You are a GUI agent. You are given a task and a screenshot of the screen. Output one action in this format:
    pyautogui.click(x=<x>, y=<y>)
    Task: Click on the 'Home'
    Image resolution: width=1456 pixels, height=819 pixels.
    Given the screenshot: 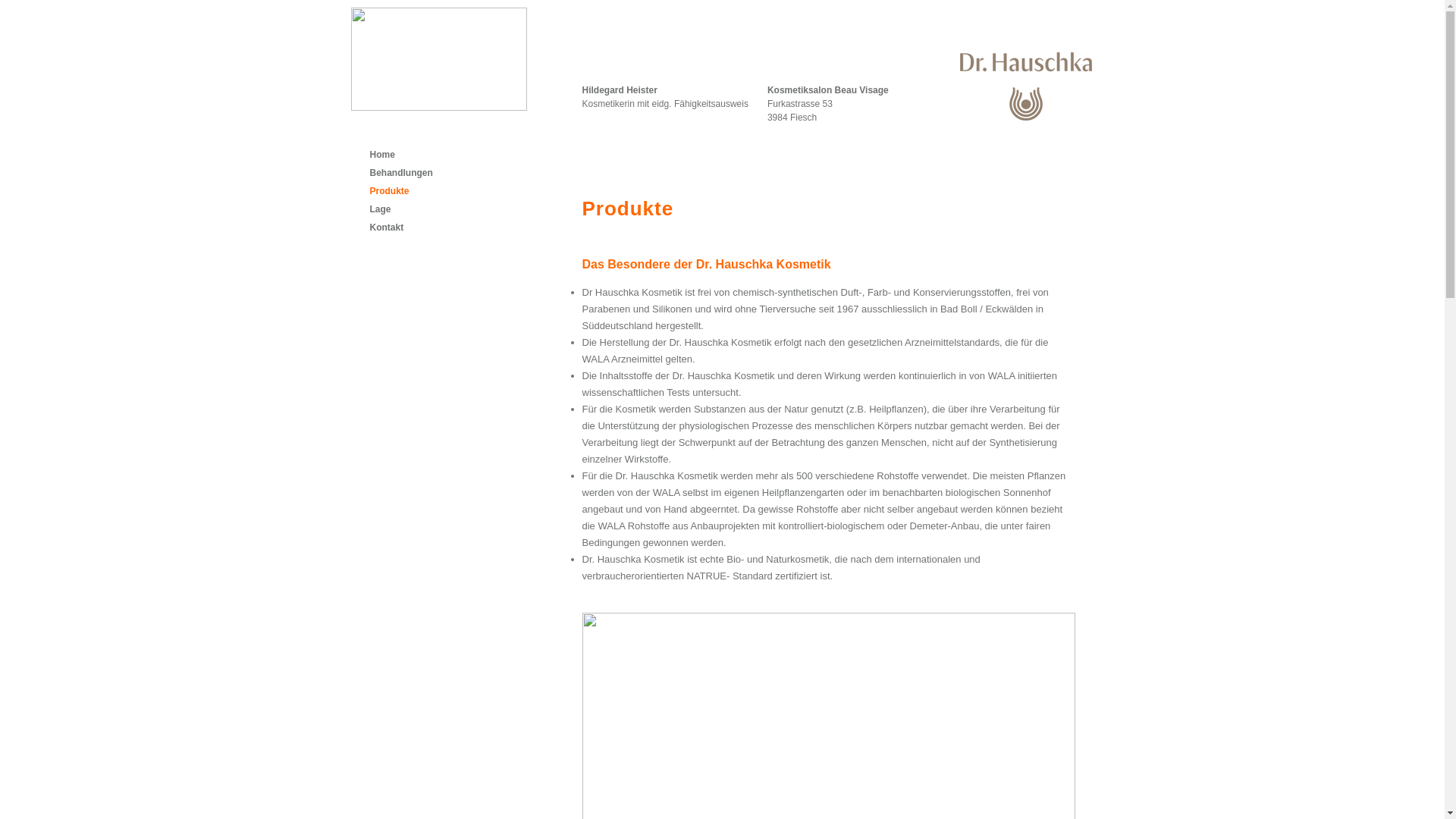 What is the action you would take?
    pyautogui.click(x=370, y=155)
    